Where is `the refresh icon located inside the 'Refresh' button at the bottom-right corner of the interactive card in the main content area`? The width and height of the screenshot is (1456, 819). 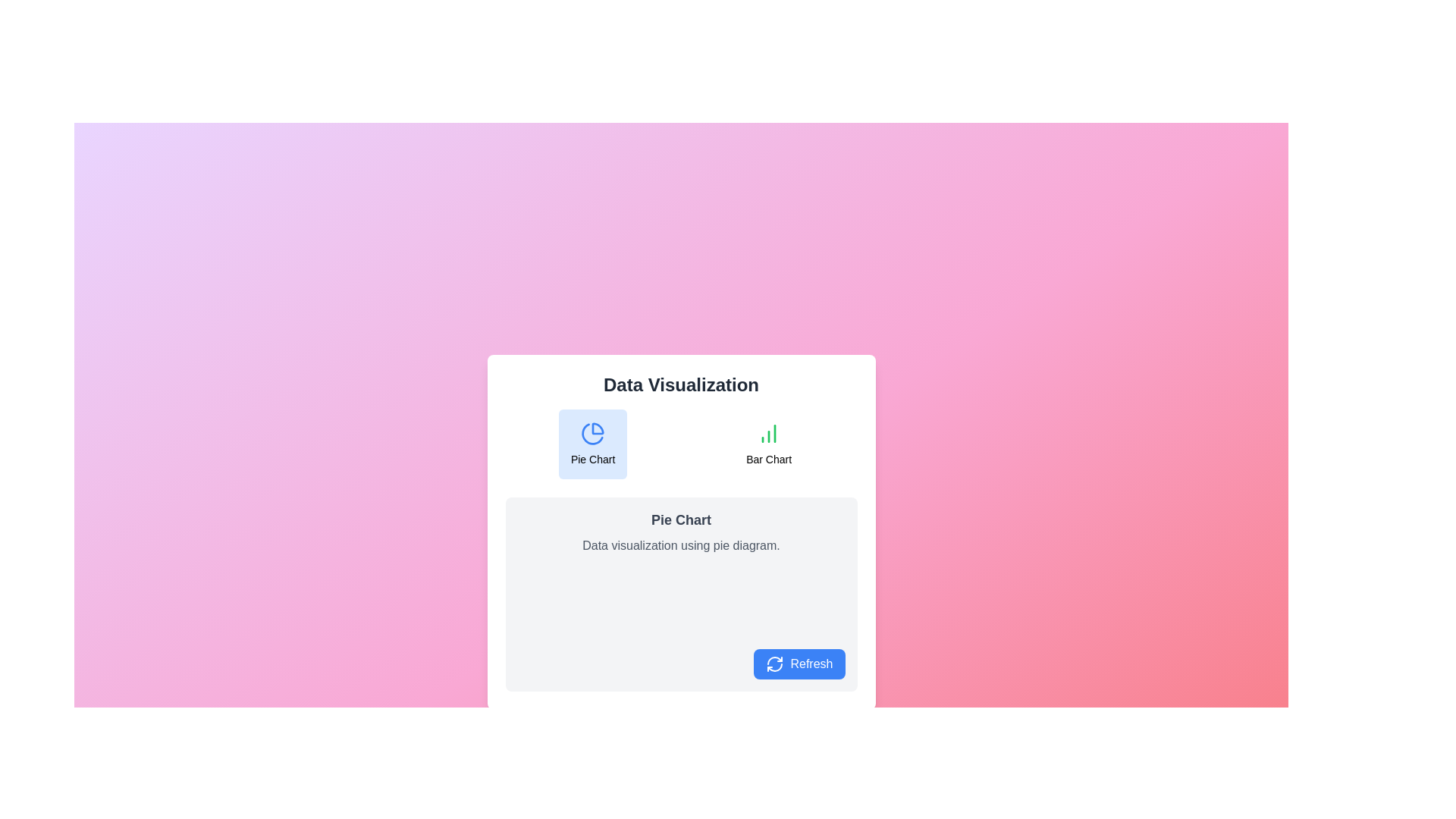
the refresh icon located inside the 'Refresh' button at the bottom-right corner of the interactive card in the main content area is located at coordinates (775, 663).